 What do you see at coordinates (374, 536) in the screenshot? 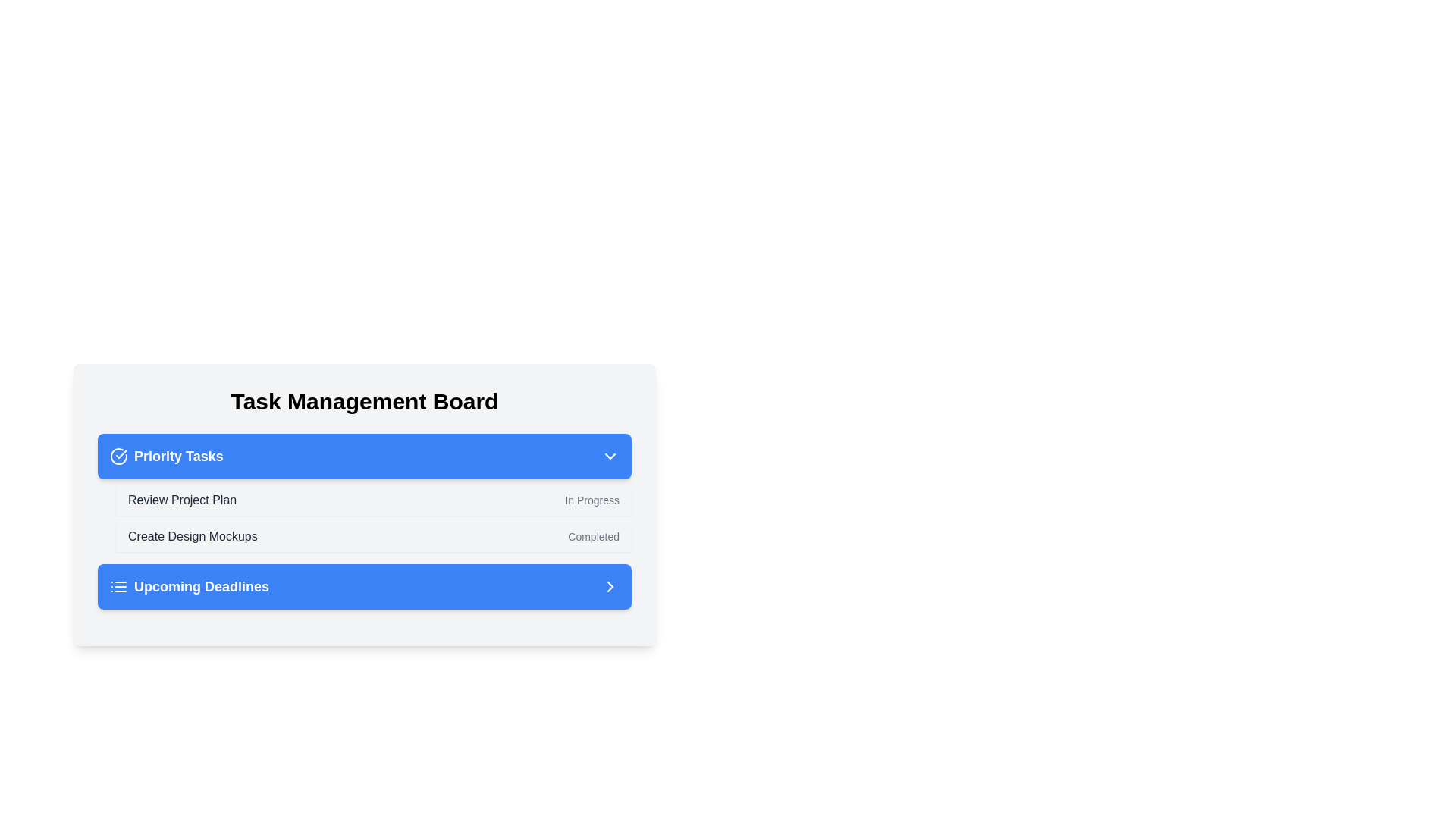
I see `the second task row displaying 'Create Design Mockups' with status 'Completed'` at bounding box center [374, 536].